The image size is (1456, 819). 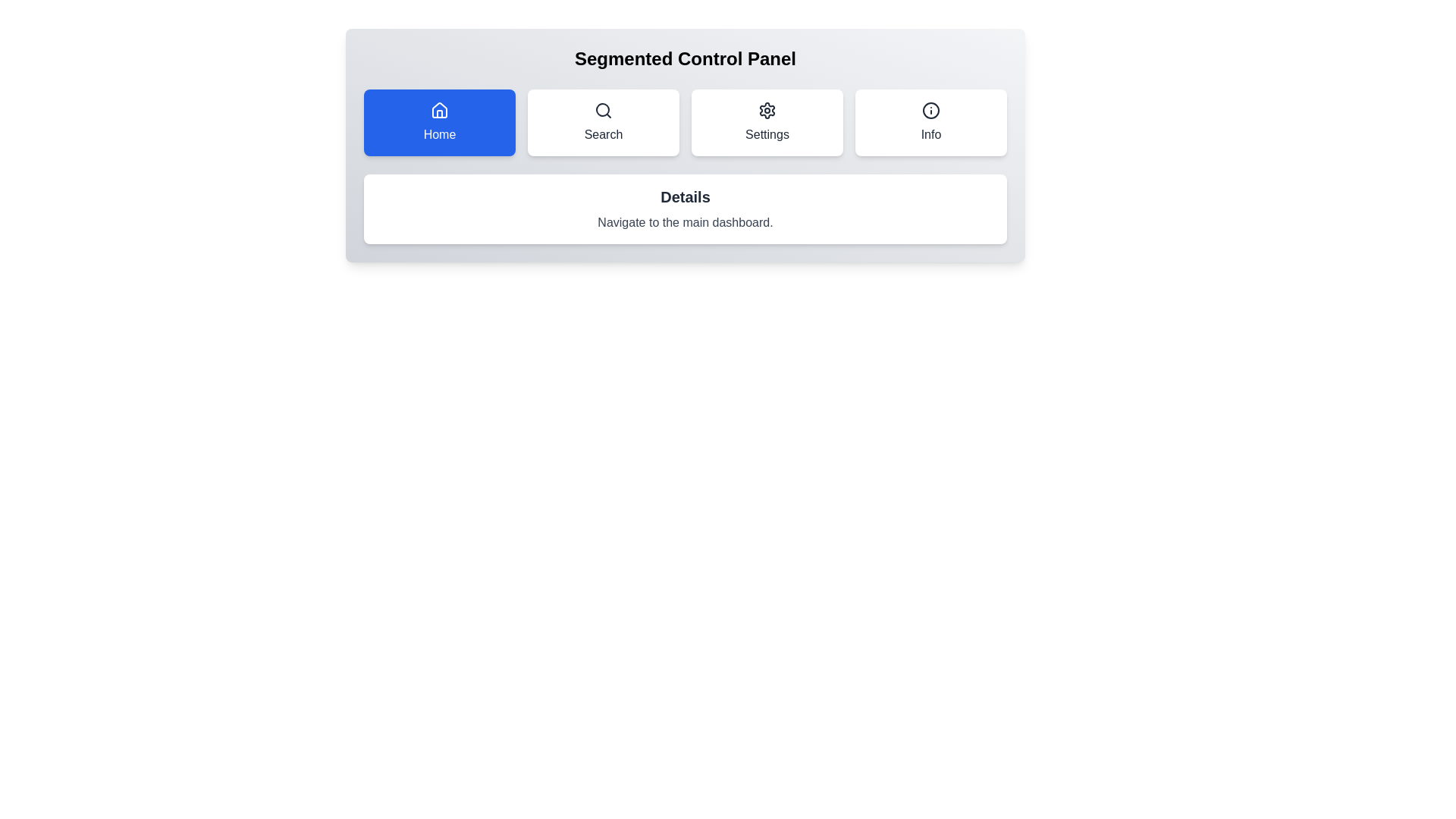 What do you see at coordinates (684, 222) in the screenshot?
I see `the Static Text Block that provides guidance or clarification related to the title 'Details', located at the bottom part of a white rectangular card with rounded corners` at bounding box center [684, 222].